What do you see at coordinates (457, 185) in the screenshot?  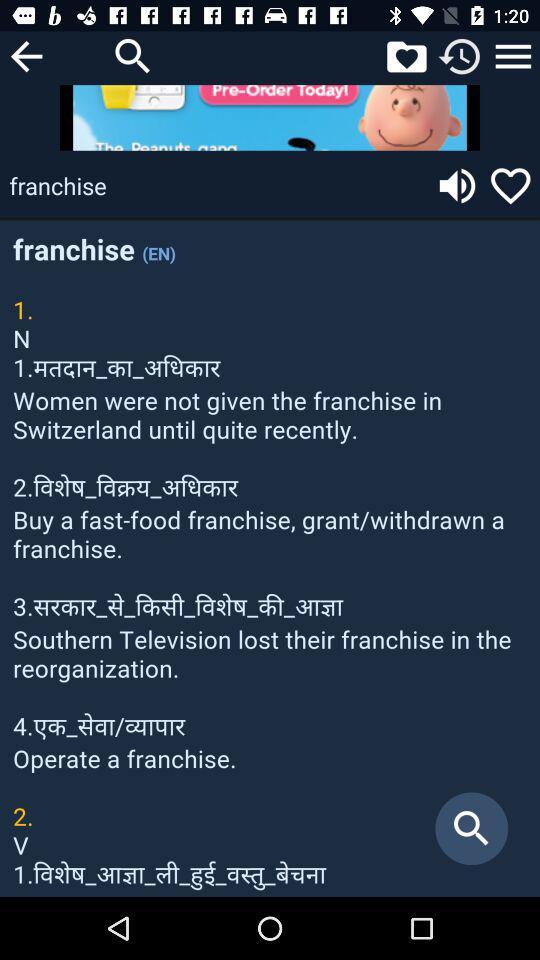 I see `volume` at bounding box center [457, 185].